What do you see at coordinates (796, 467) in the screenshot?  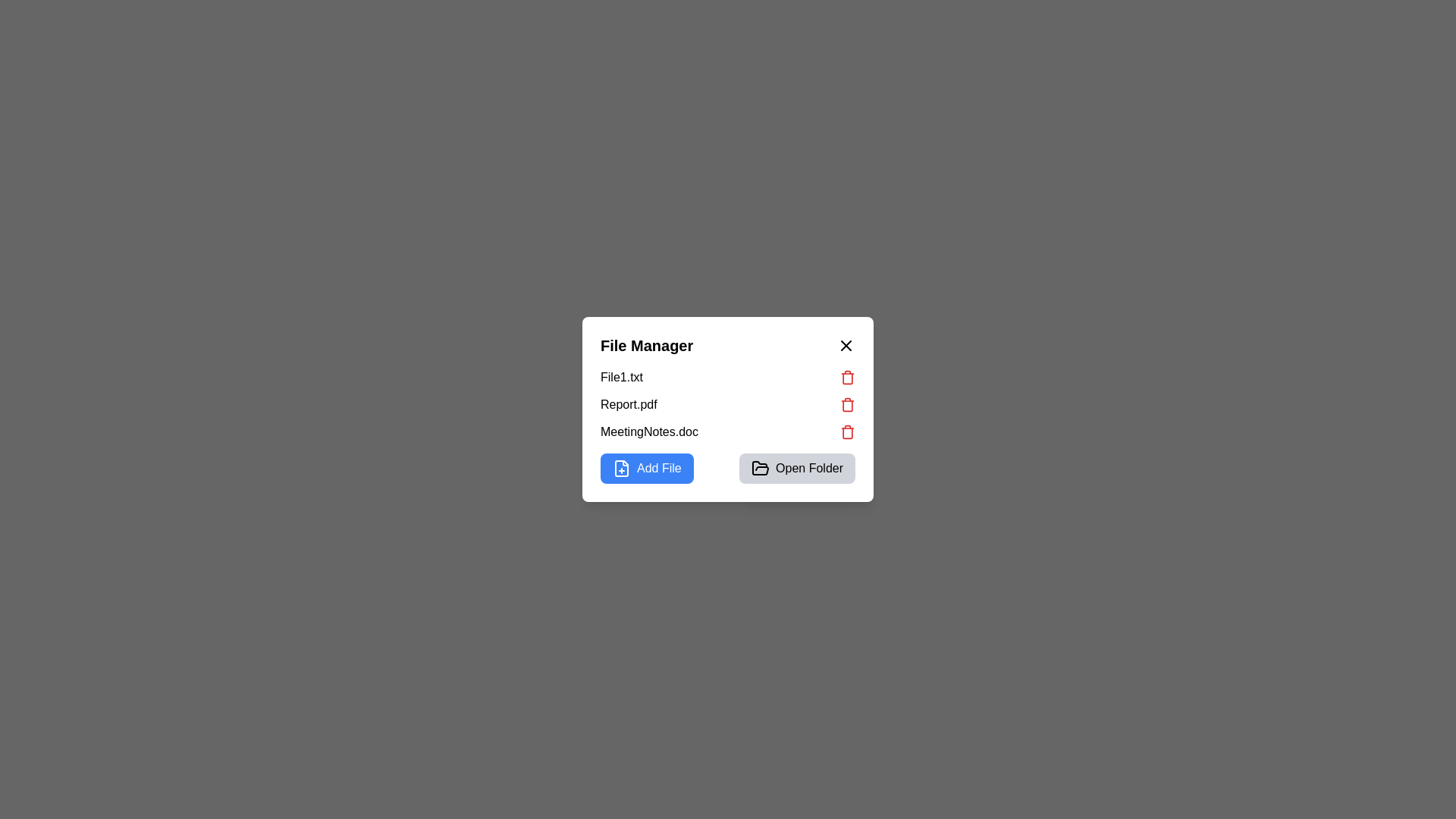 I see `the button to the right of the 'Add File' button in the 'File Manager' dialog box` at bounding box center [796, 467].